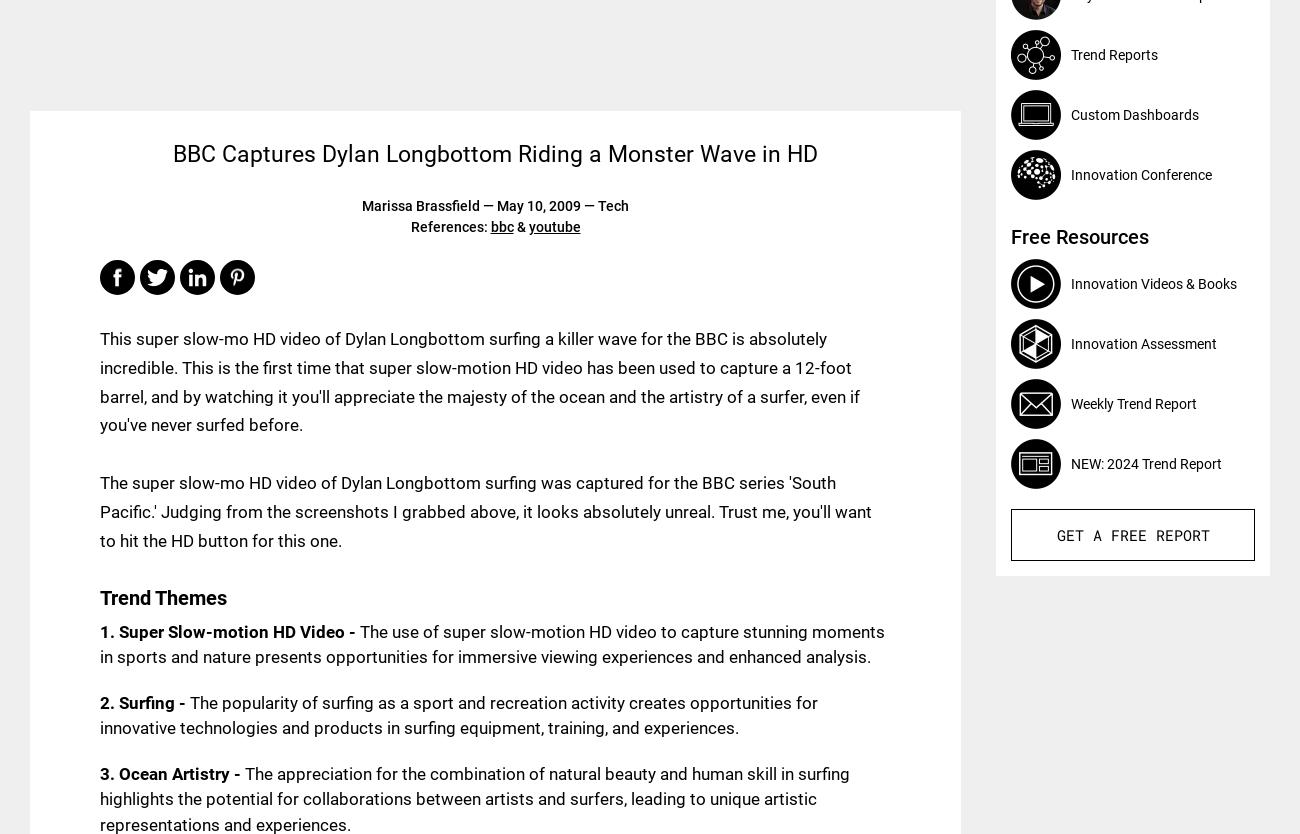 This screenshot has width=1300, height=834. Describe the element at coordinates (1070, 402) in the screenshot. I see `'Weekly Trend Report'` at that location.